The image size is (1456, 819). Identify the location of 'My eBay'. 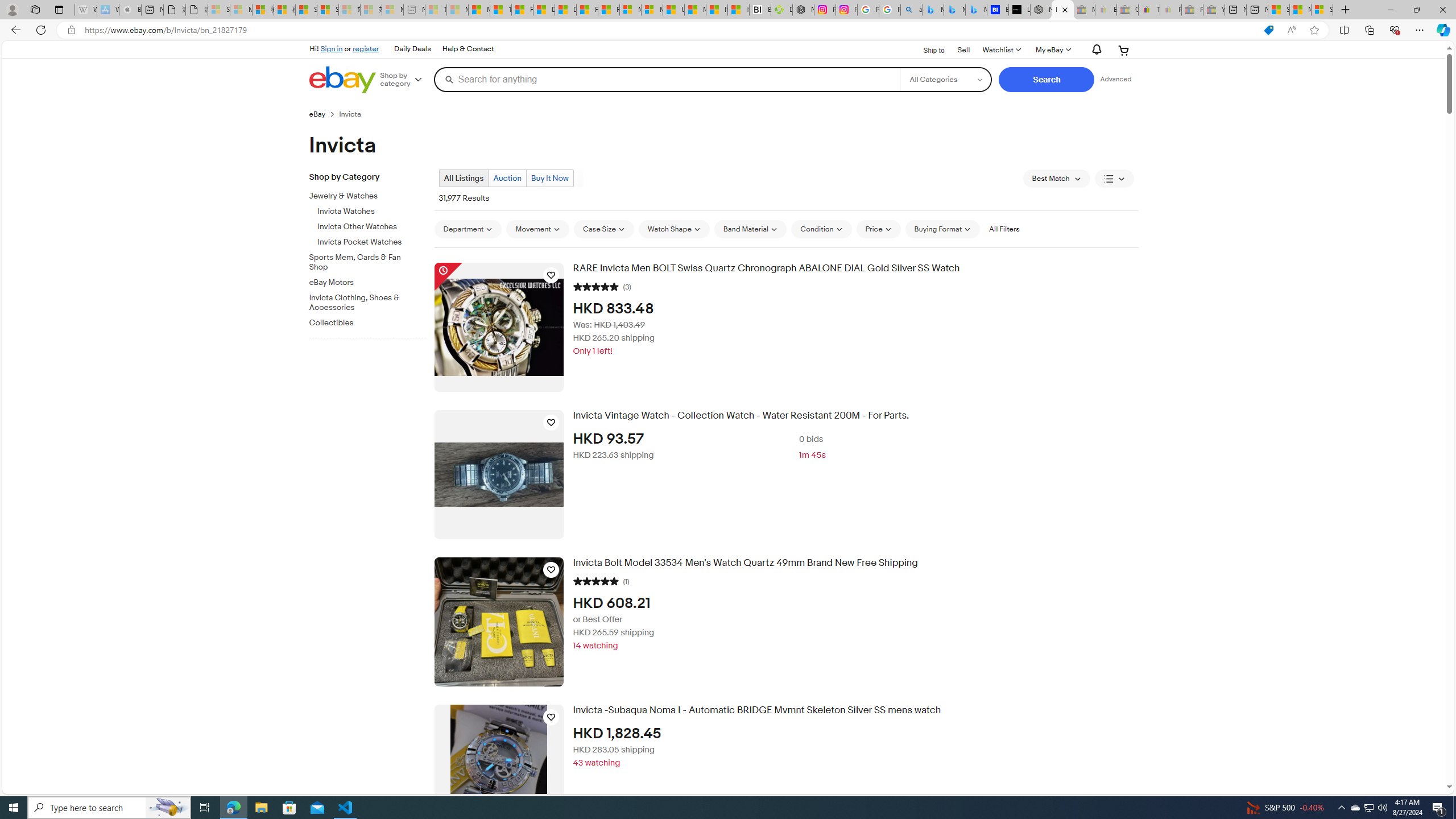
(1052, 49).